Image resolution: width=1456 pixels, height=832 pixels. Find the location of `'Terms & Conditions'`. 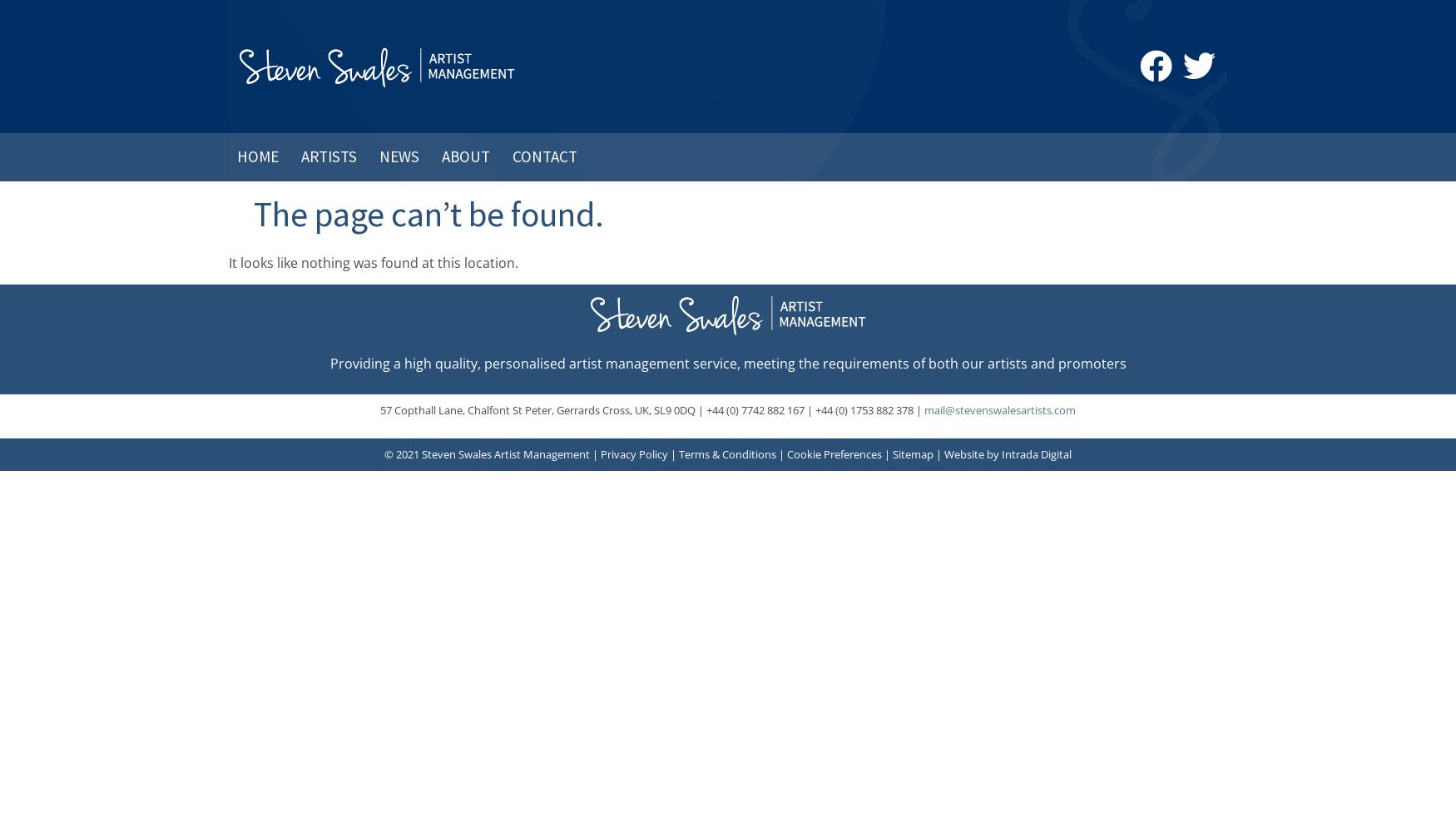

'Terms & Conditions' is located at coordinates (727, 454).